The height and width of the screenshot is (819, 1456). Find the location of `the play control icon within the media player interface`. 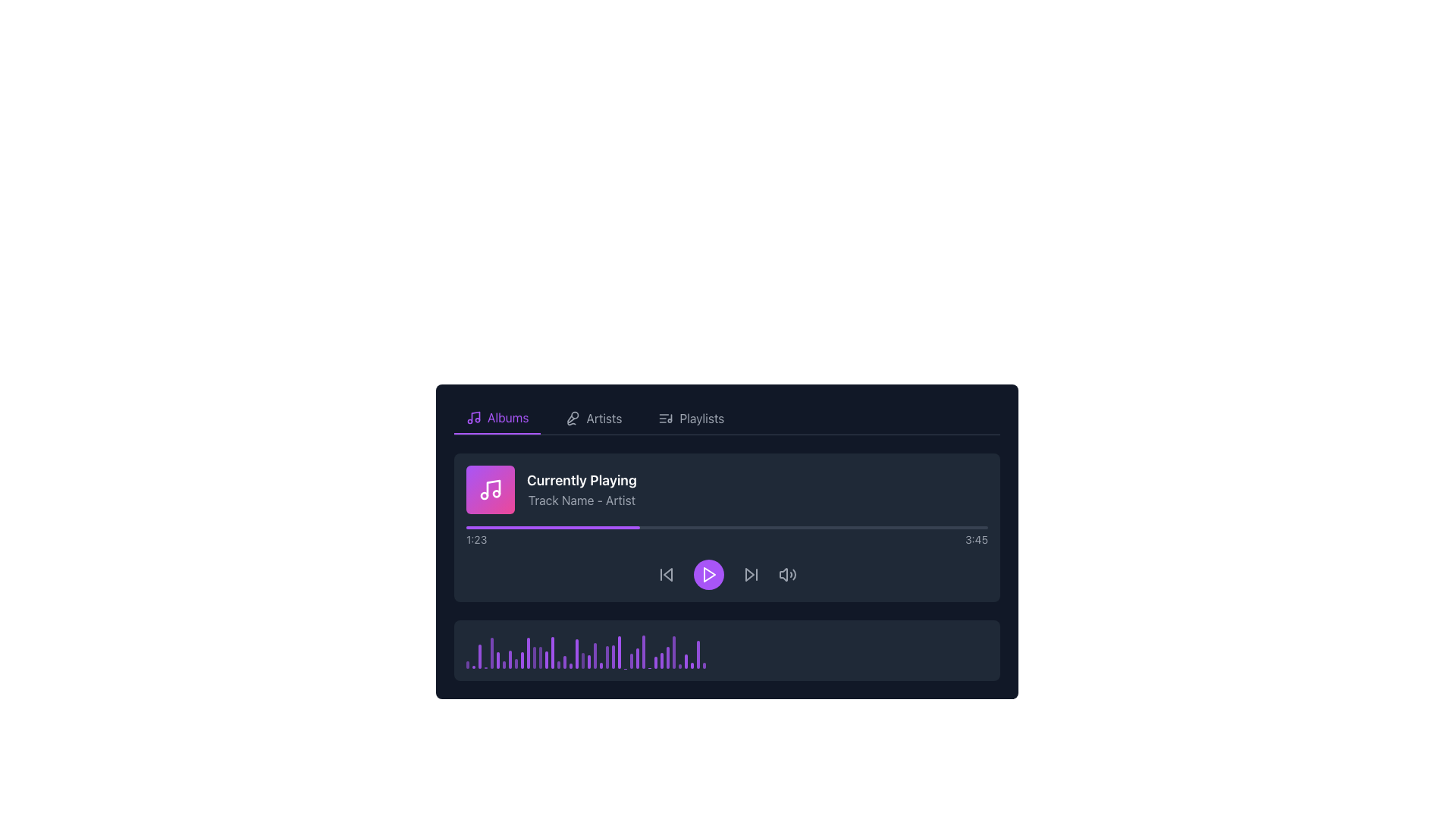

the play control icon within the media player interface is located at coordinates (709, 575).